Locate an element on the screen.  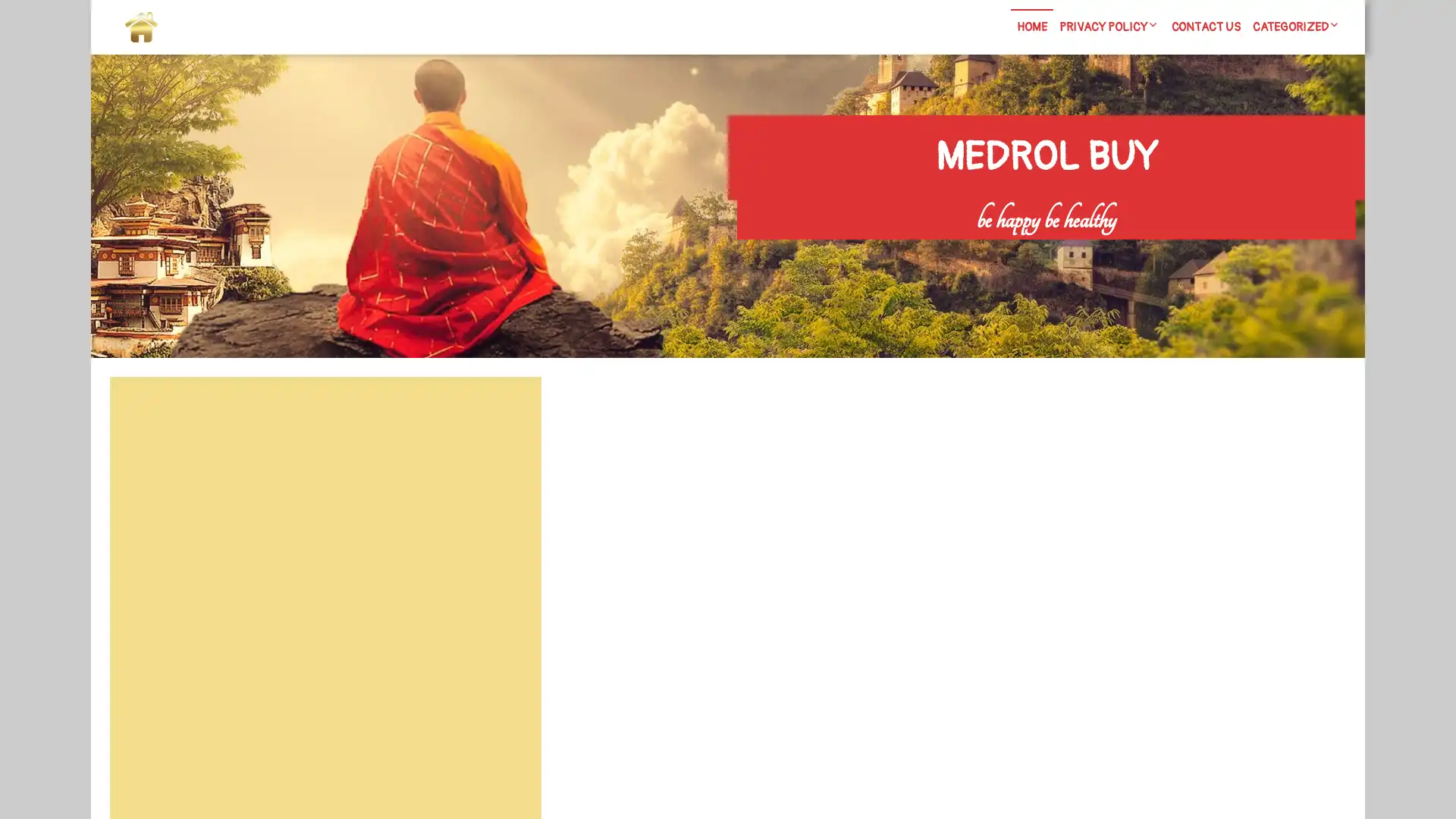
Search is located at coordinates (506, 413).